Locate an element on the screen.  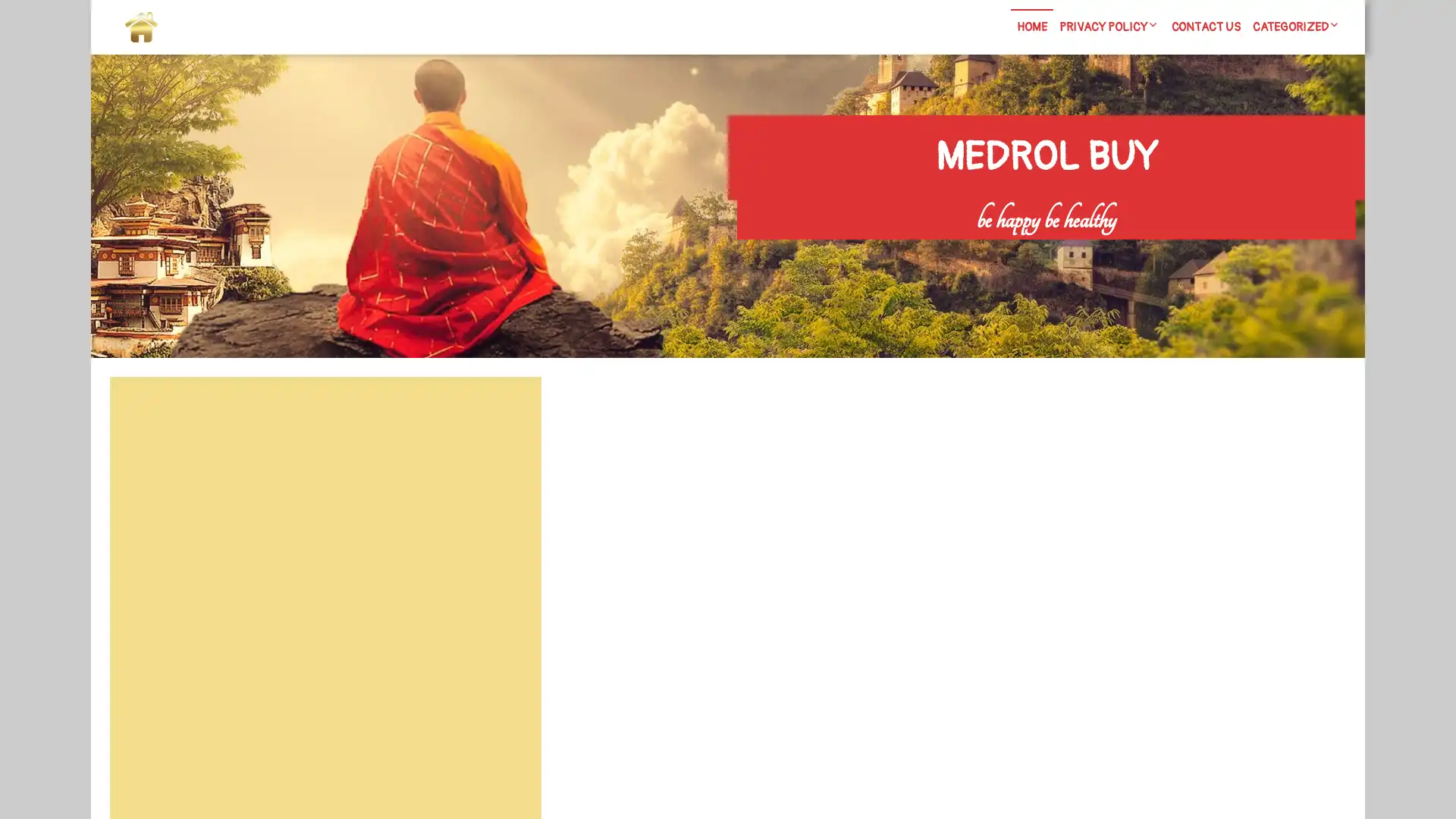
Search is located at coordinates (506, 413).